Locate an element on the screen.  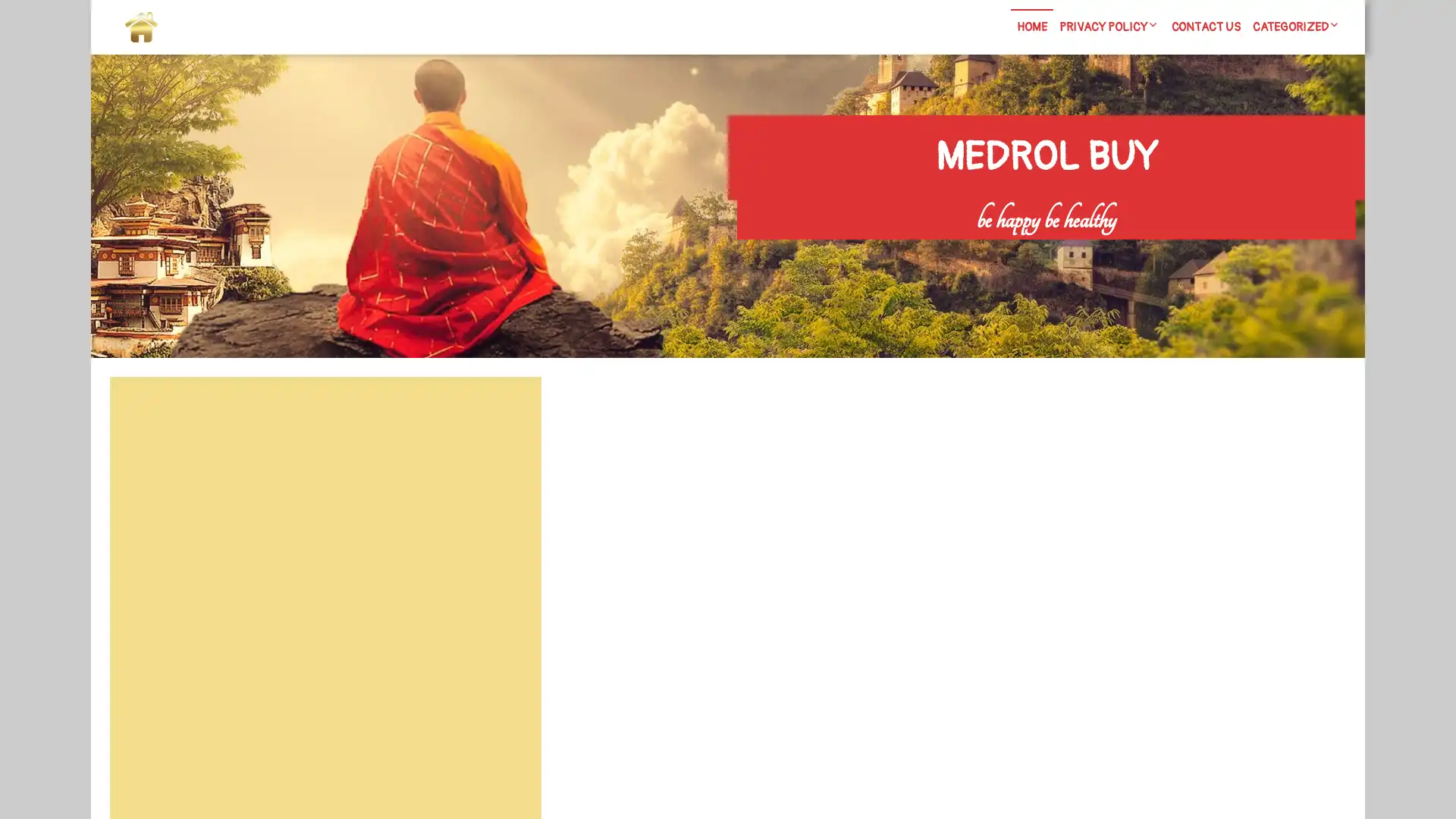
Search is located at coordinates (506, 413).